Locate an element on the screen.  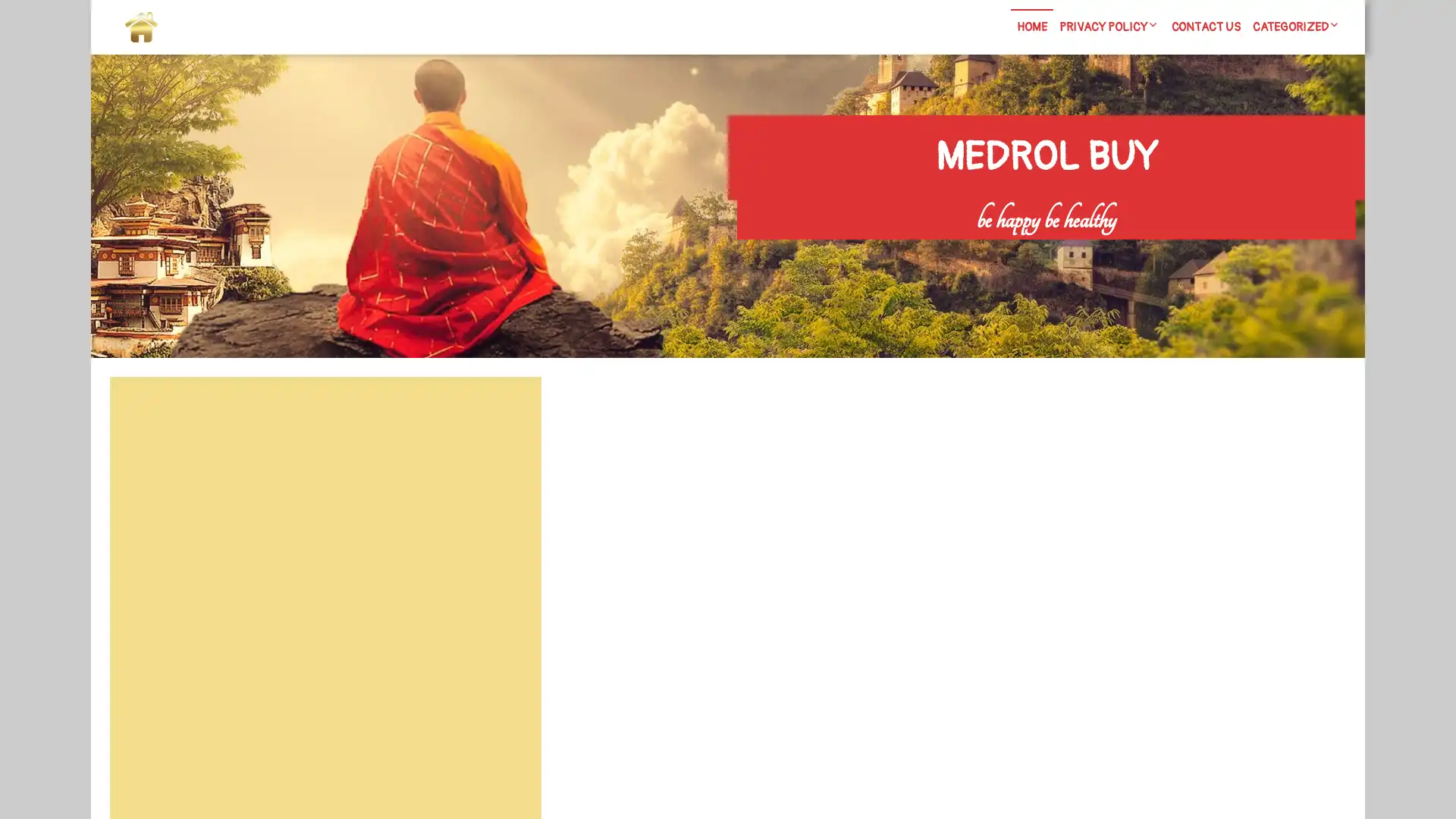
Search is located at coordinates (506, 413).